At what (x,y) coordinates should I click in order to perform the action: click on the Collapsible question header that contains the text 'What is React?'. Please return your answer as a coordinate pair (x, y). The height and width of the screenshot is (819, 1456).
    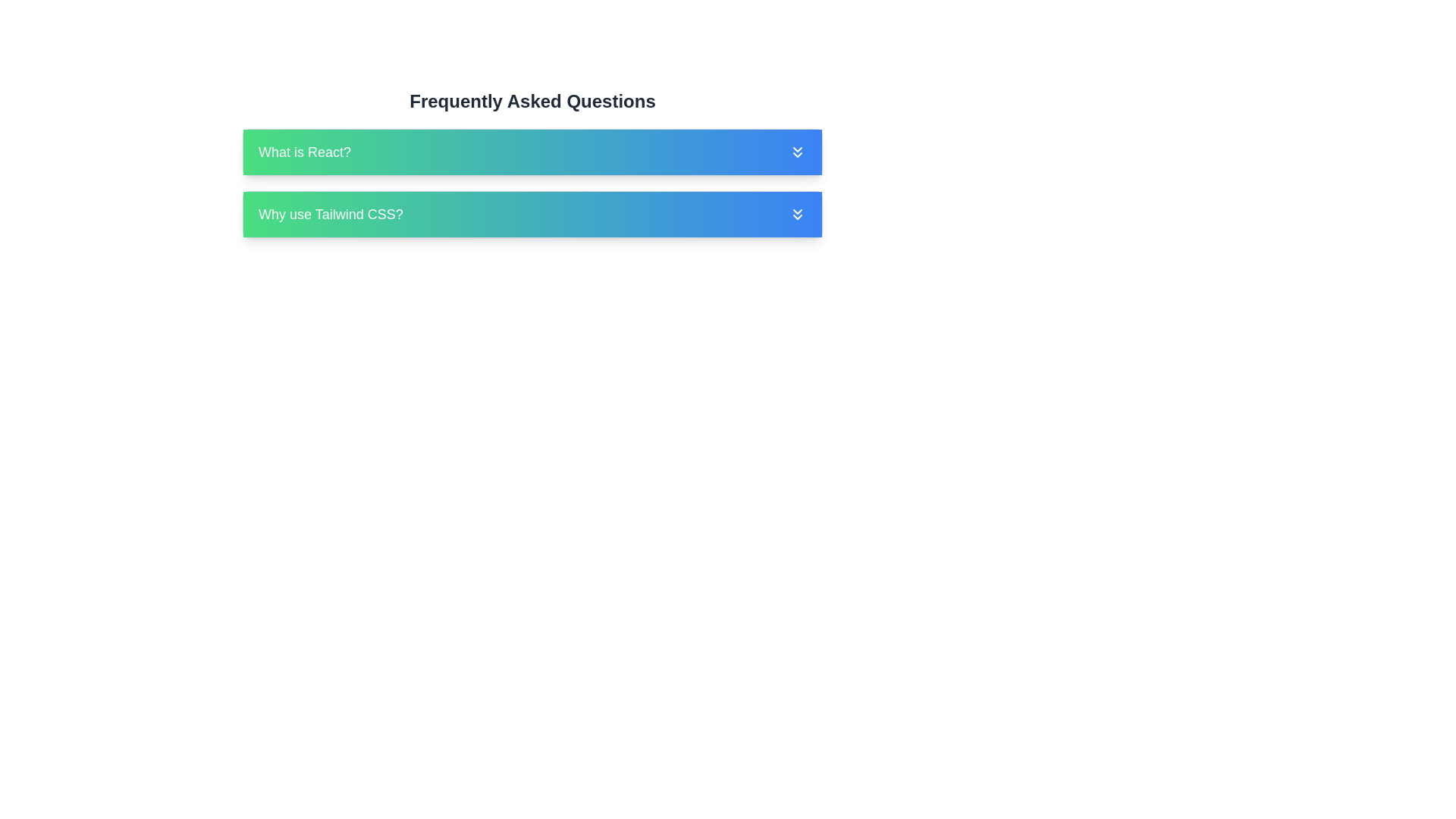
    Looking at the image, I should click on (532, 152).